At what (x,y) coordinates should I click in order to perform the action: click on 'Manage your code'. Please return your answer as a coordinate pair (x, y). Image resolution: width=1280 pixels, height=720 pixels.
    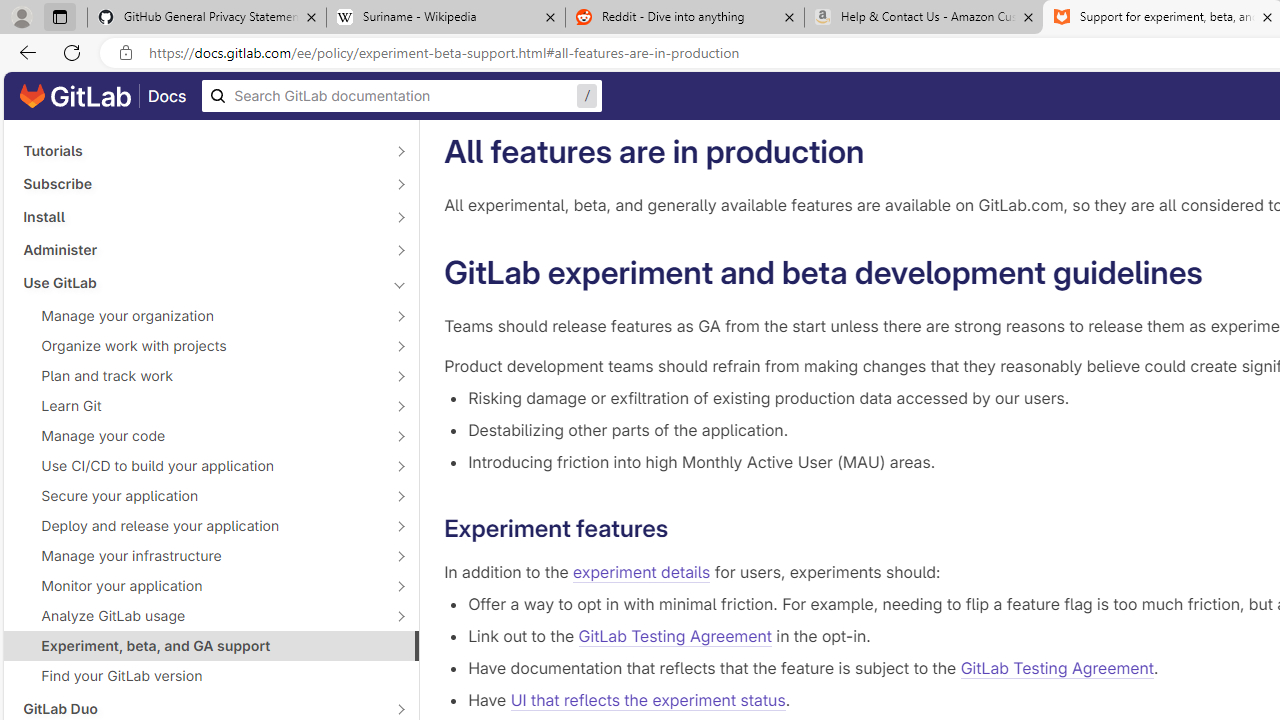
    Looking at the image, I should click on (200, 434).